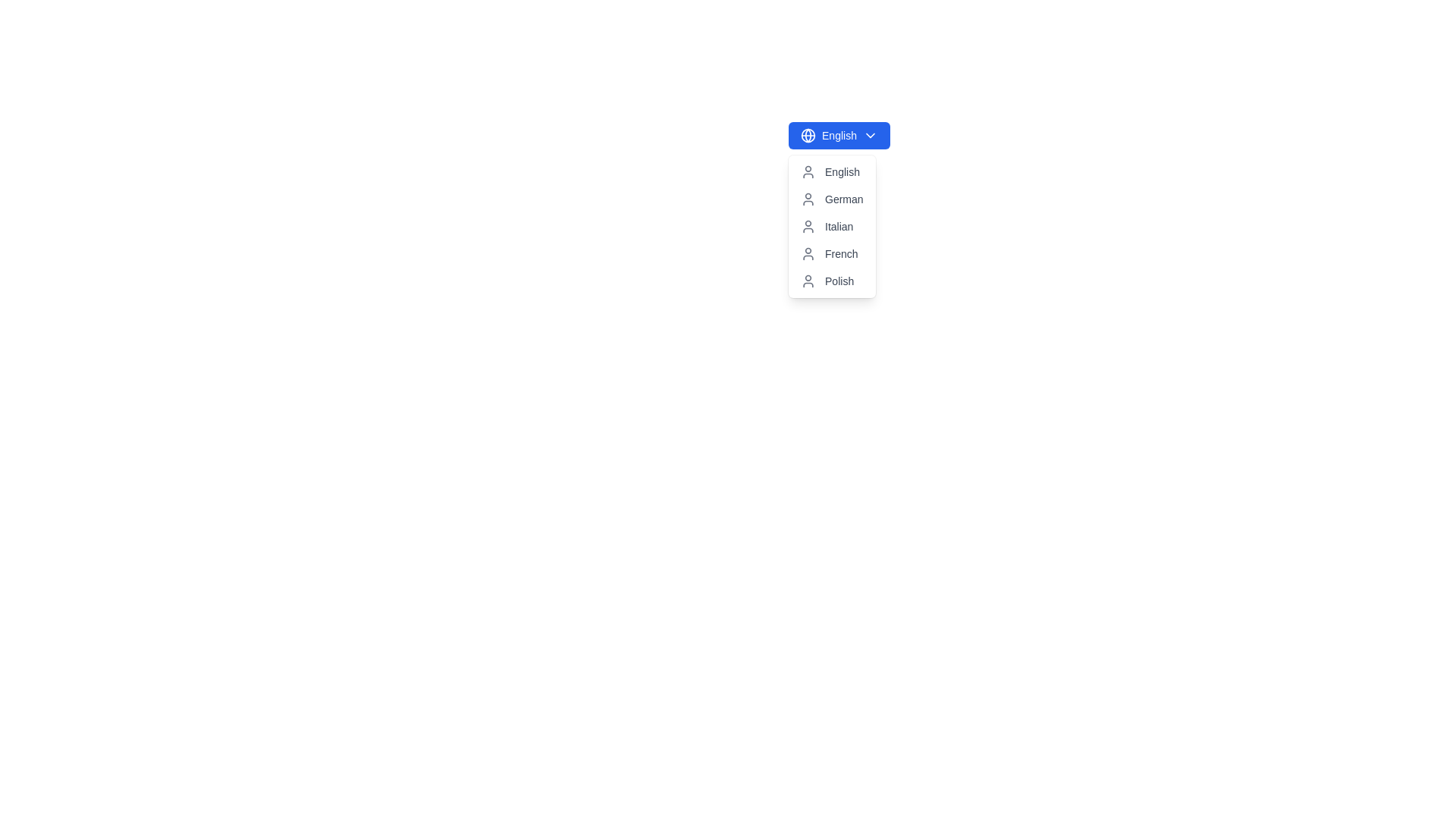 The height and width of the screenshot is (819, 1456). Describe the element at coordinates (839, 134) in the screenshot. I see `the language selection dropdown trigger button located at the top left corner of the dropdown menu structure to apply hover effects` at that location.